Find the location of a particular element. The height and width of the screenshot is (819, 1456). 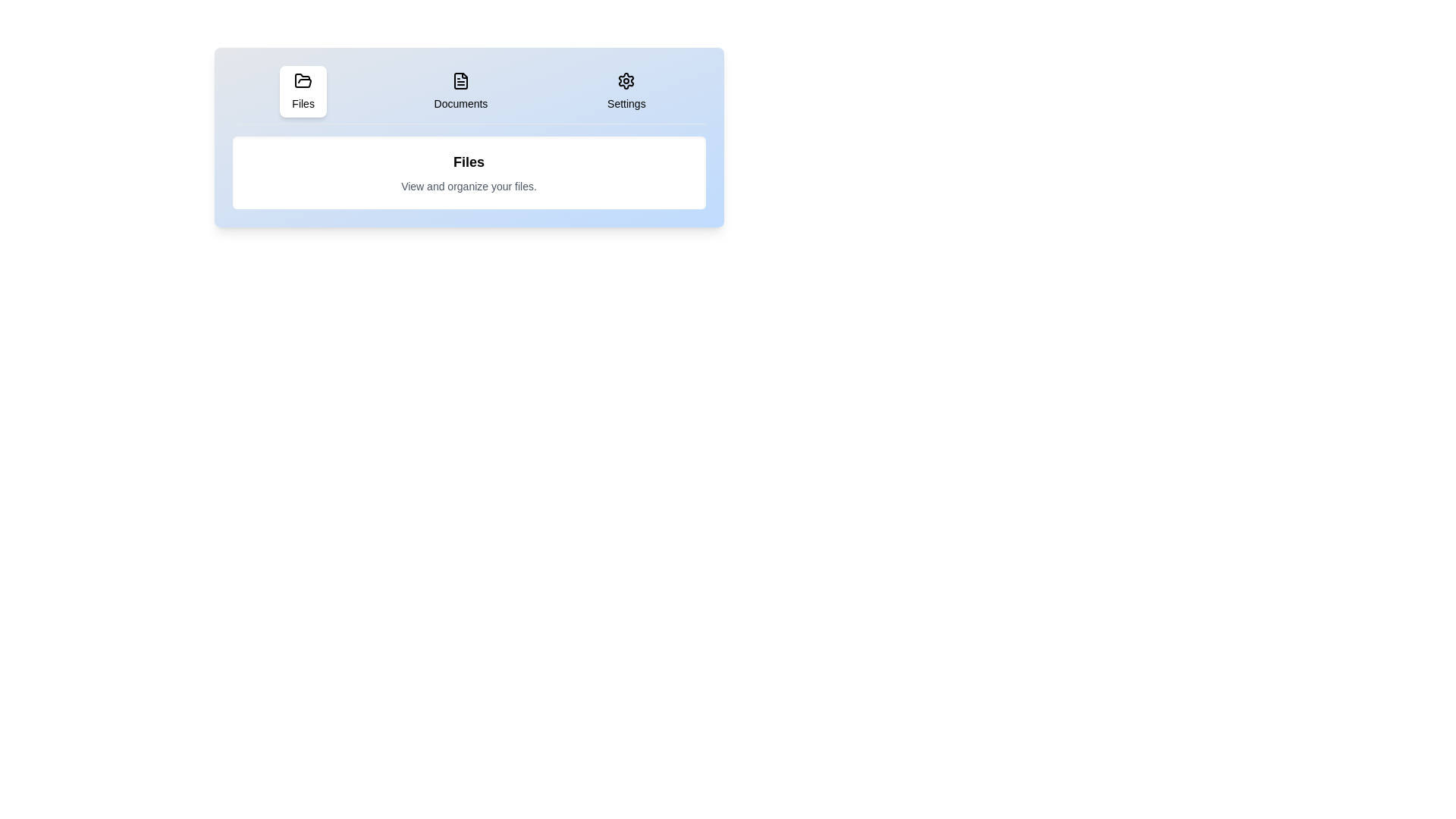

the Files tab by clicking the corresponding tab button is located at coordinates (303, 91).